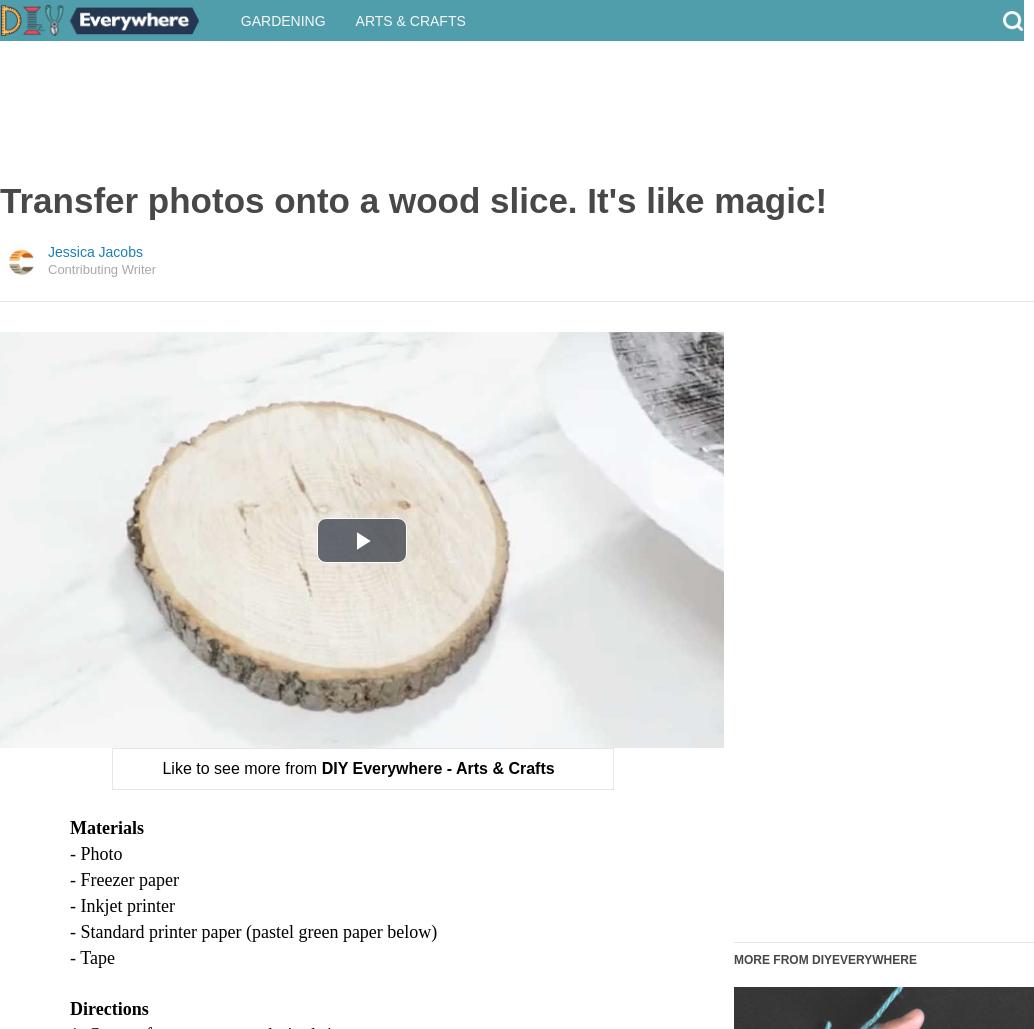  What do you see at coordinates (95, 270) in the screenshot?
I see `'Jessica Jacobs'` at bounding box center [95, 270].